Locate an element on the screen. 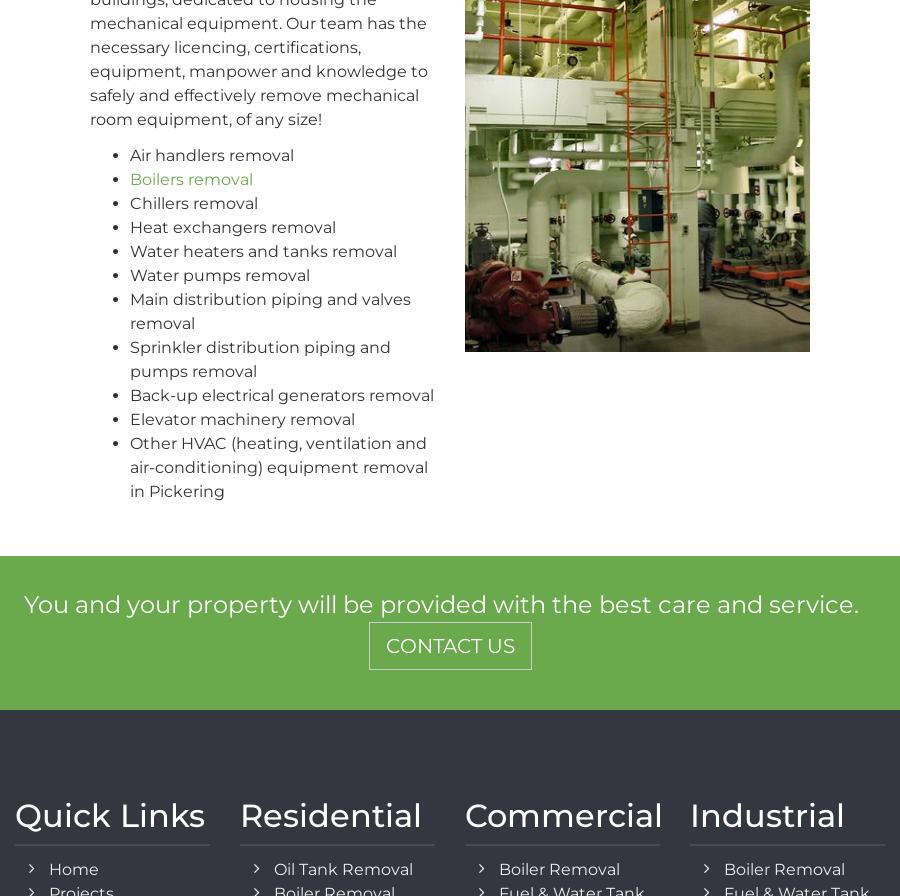 This screenshot has width=900, height=896. 'Industrial' is located at coordinates (766, 815).